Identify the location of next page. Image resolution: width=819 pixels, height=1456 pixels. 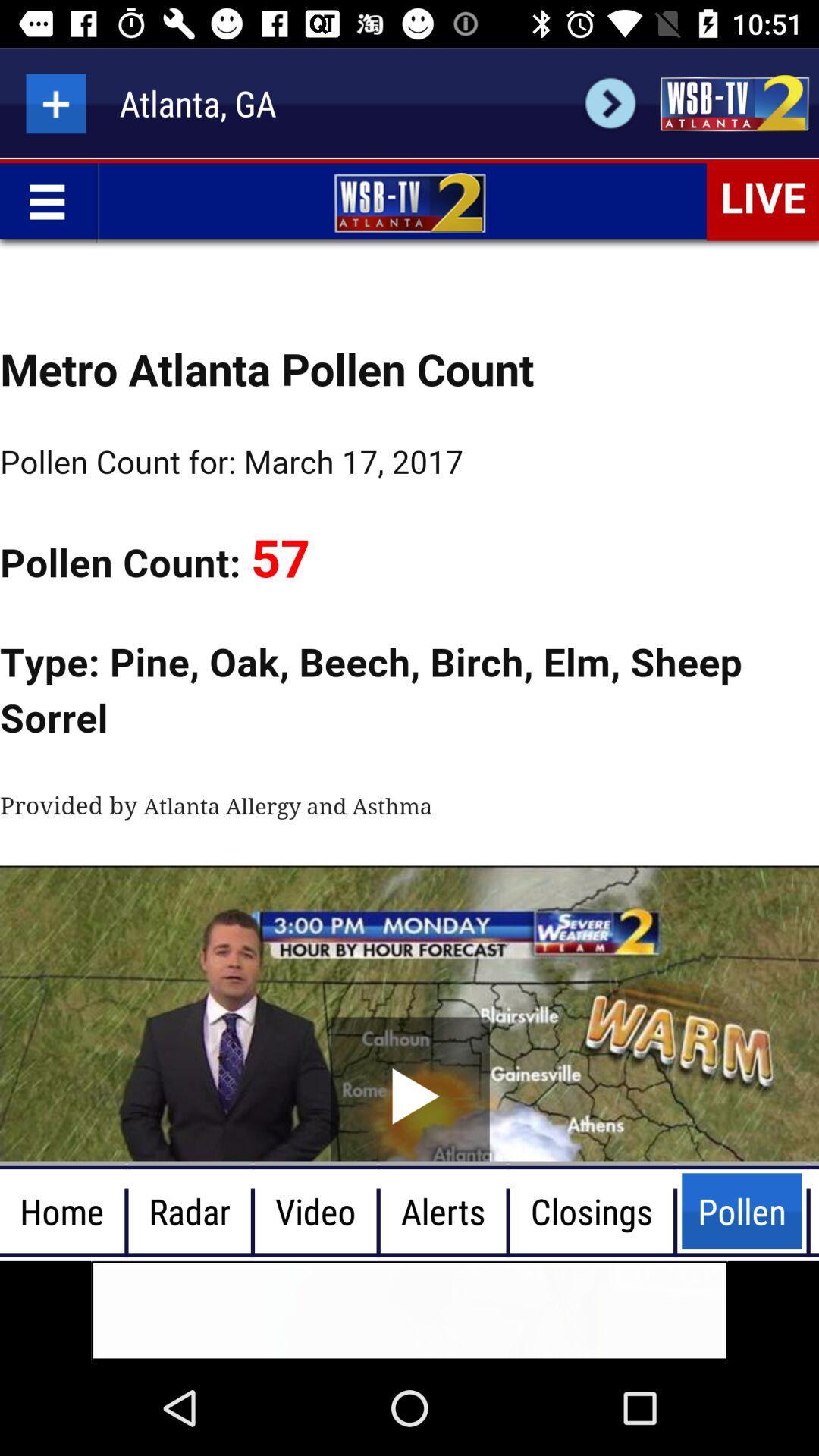
(610, 102).